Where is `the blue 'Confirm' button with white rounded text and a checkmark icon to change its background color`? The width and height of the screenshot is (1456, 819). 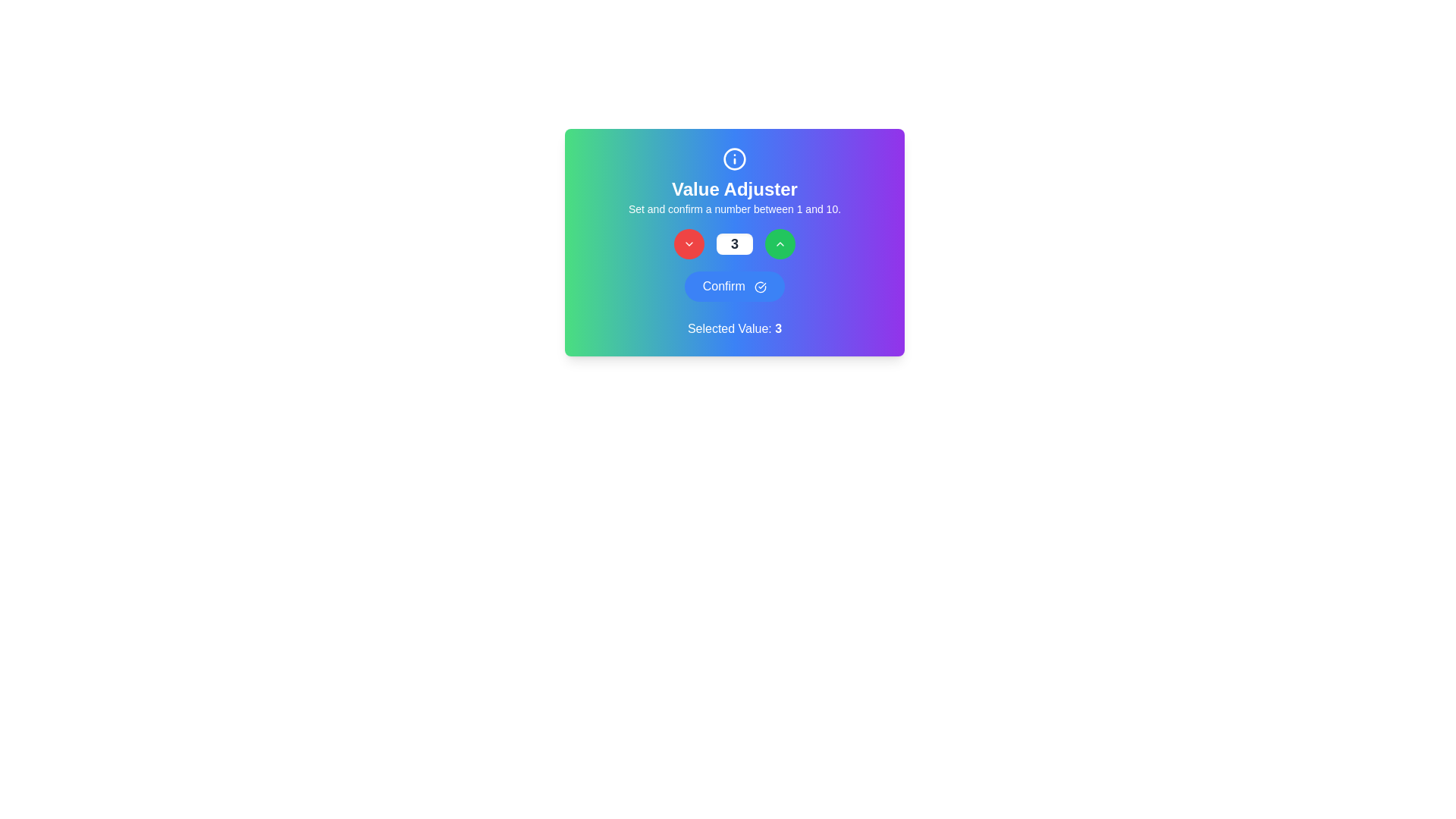
the blue 'Confirm' button with white rounded text and a checkmark icon to change its background color is located at coordinates (735, 287).